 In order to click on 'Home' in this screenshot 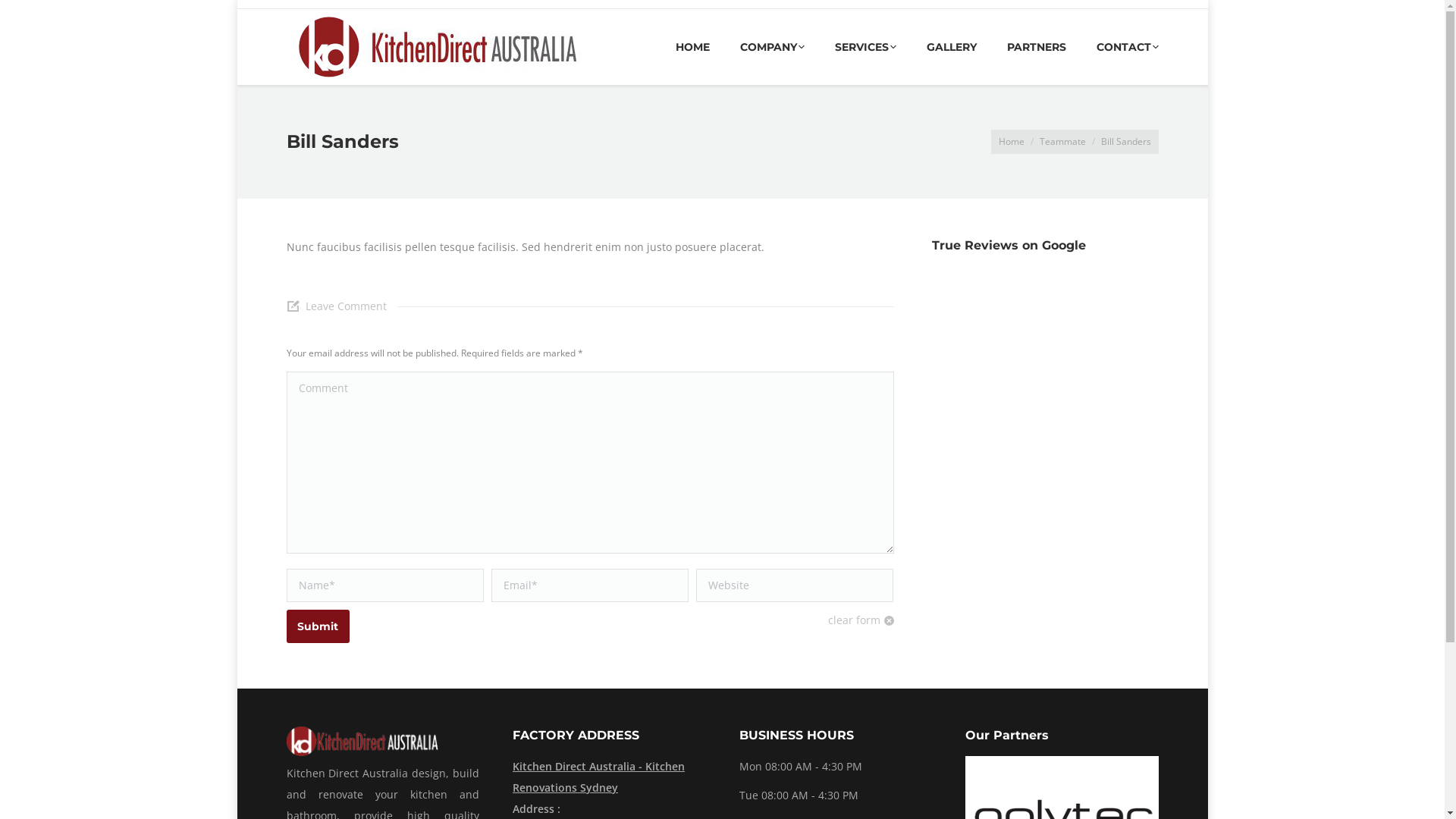, I will do `click(1011, 141)`.